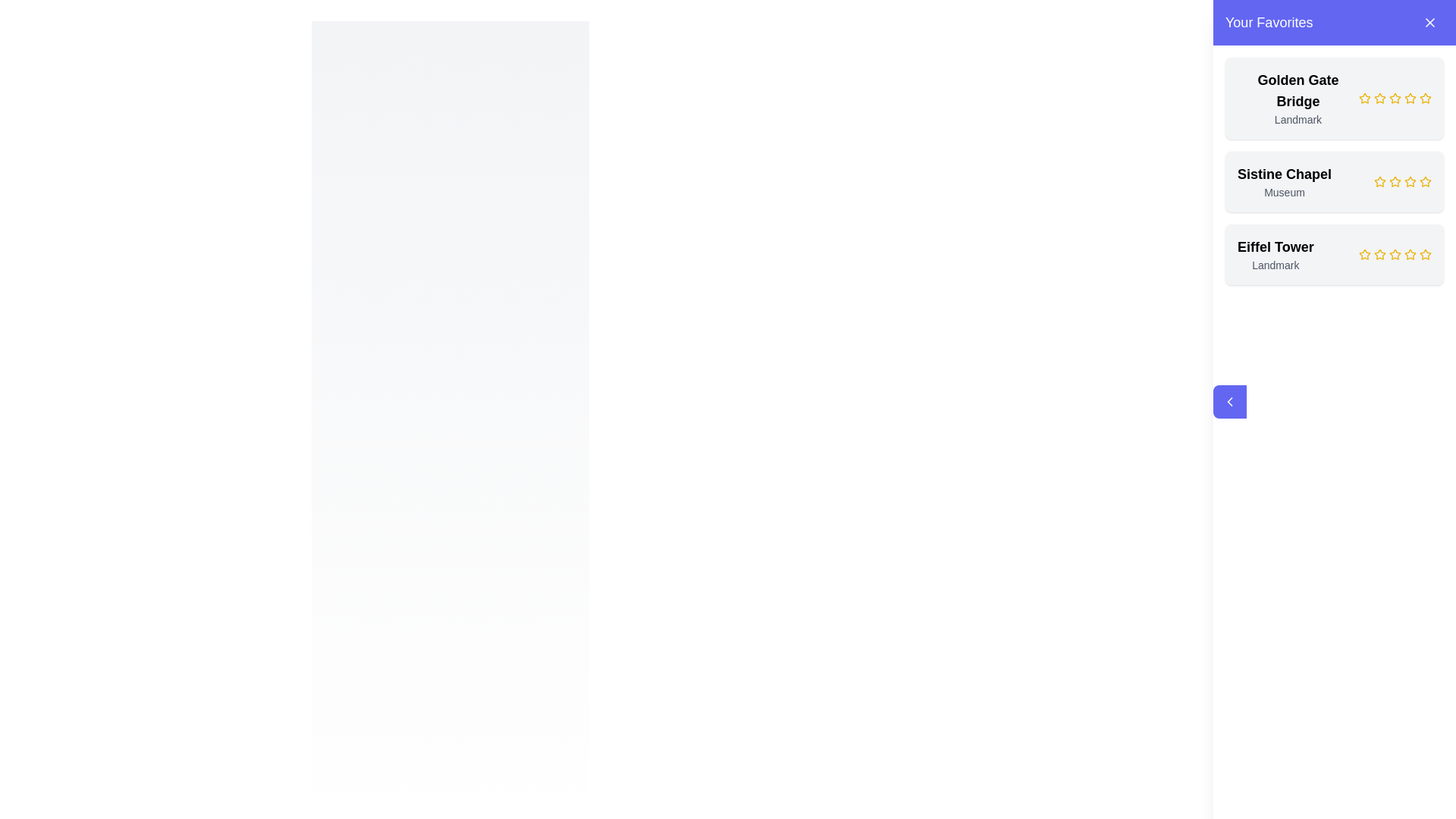 The height and width of the screenshot is (819, 1456). What do you see at coordinates (1365, 99) in the screenshot?
I see `the first star icon in the row of rating stars next to the text 'Golden Gate Bridge' located in the right-side panel under 'Your Favorites'` at bounding box center [1365, 99].